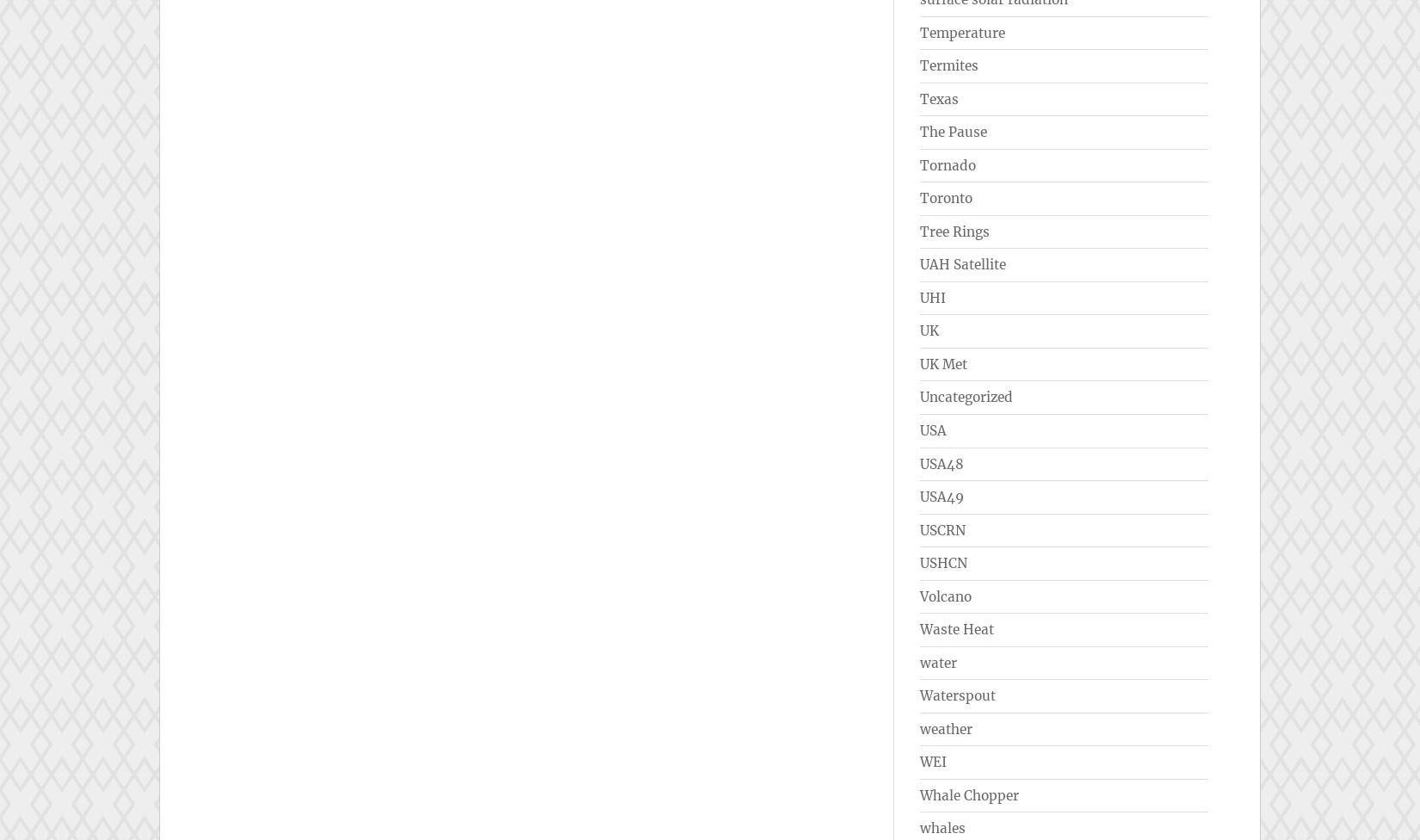 The image size is (1420, 840). What do you see at coordinates (943, 362) in the screenshot?
I see `'UK Met'` at bounding box center [943, 362].